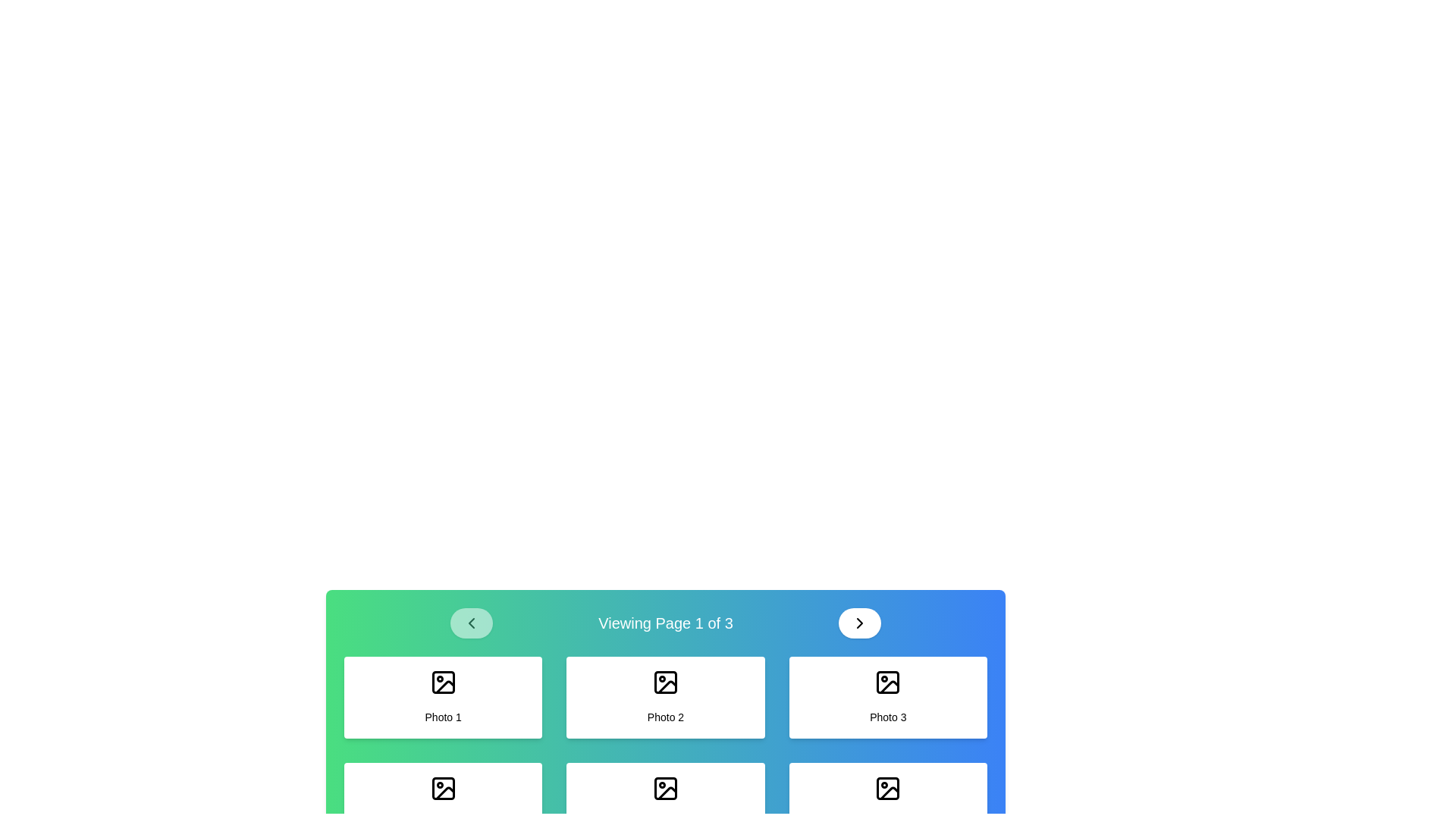 Image resolution: width=1456 pixels, height=819 pixels. What do you see at coordinates (666, 623) in the screenshot?
I see `text element displaying the current page position, which is centrally located above the grid of photo entries` at bounding box center [666, 623].